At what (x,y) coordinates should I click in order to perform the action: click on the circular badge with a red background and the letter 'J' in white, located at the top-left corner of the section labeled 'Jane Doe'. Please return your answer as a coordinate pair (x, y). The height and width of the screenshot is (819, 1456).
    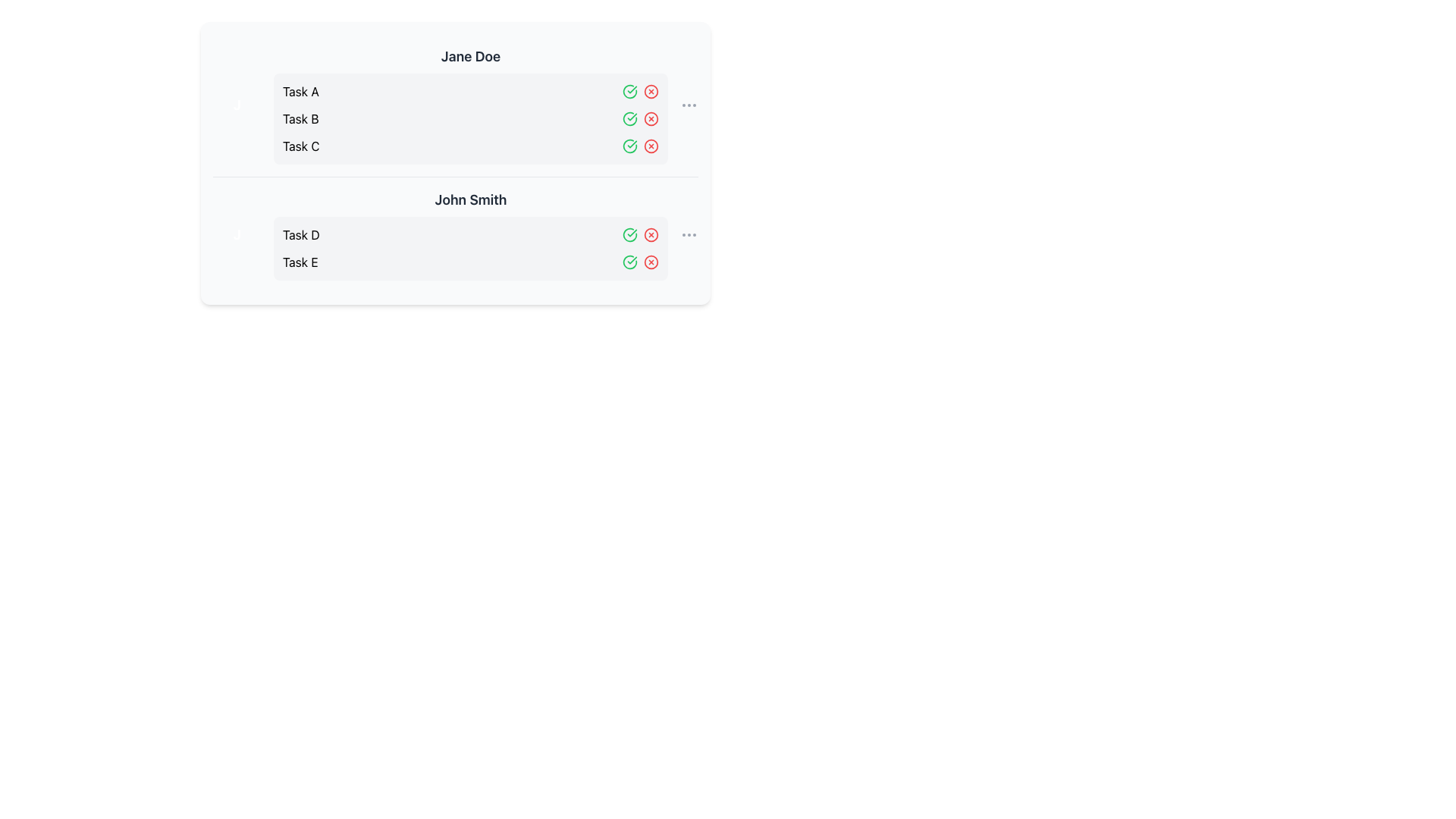
    Looking at the image, I should click on (236, 104).